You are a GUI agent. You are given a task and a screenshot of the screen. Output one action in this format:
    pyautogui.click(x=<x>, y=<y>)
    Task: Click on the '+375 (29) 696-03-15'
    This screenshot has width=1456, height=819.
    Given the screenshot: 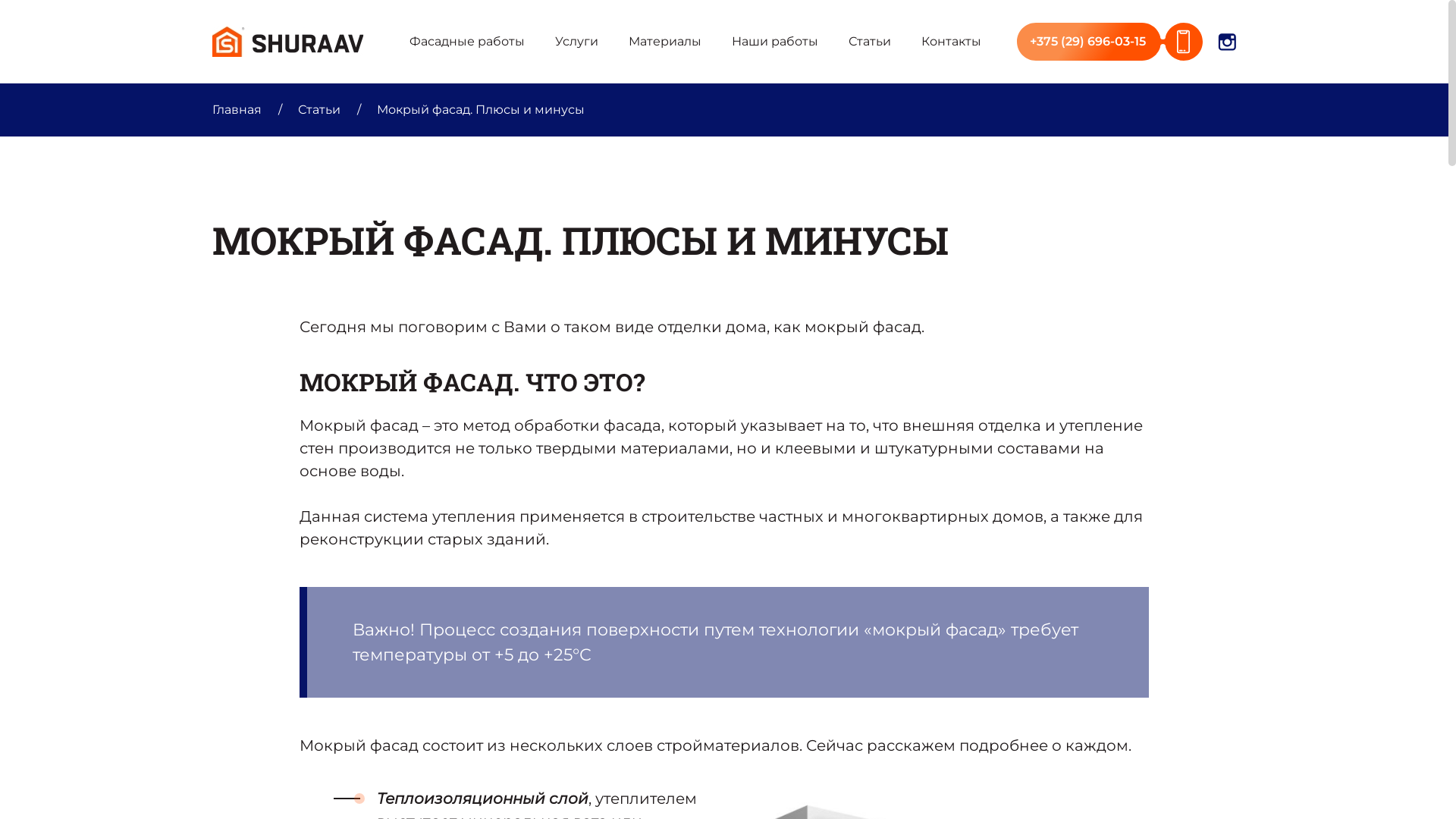 What is the action you would take?
    pyautogui.click(x=1109, y=40)
    